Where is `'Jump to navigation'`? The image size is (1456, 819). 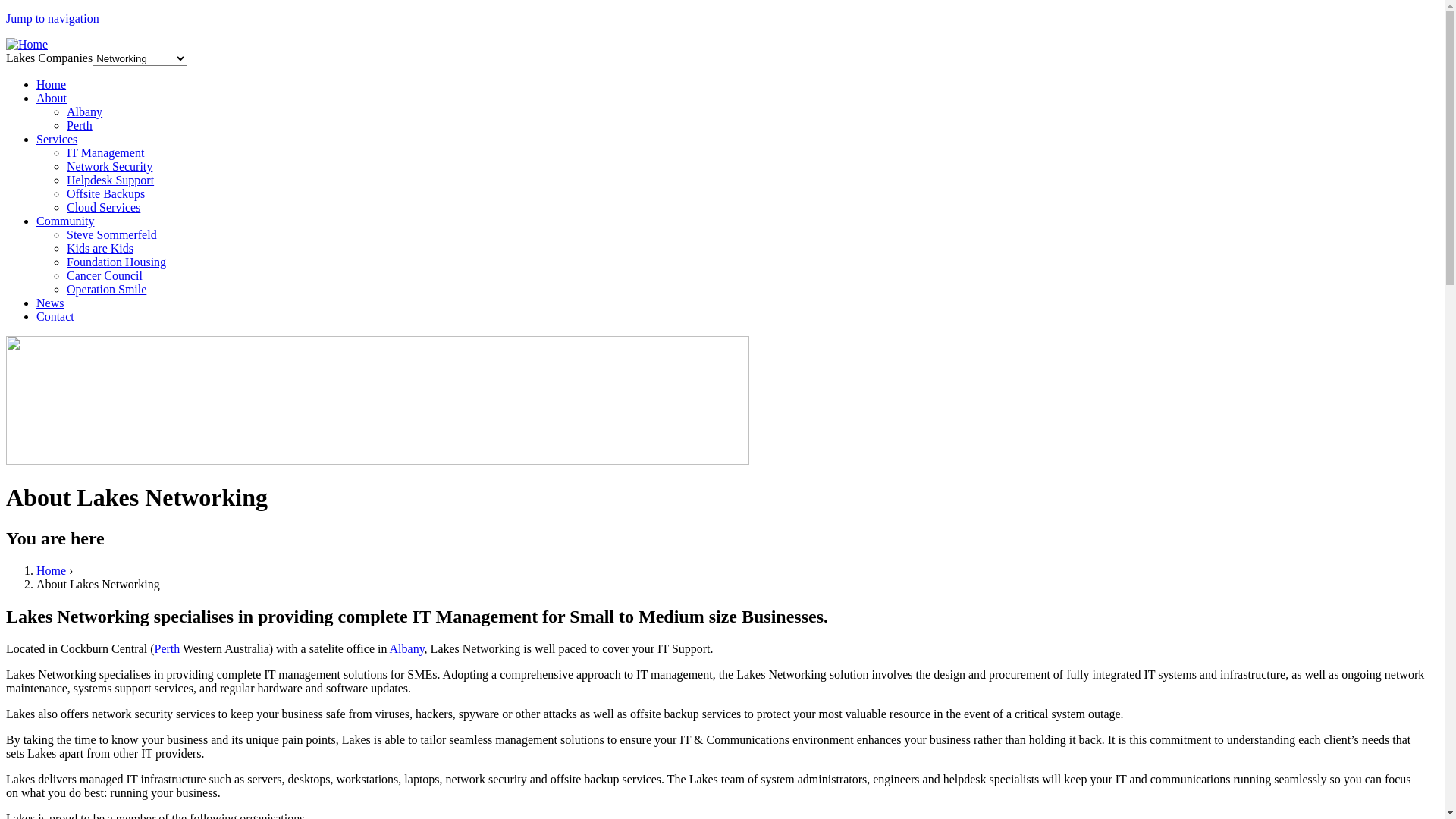
'Jump to navigation' is located at coordinates (6, 18).